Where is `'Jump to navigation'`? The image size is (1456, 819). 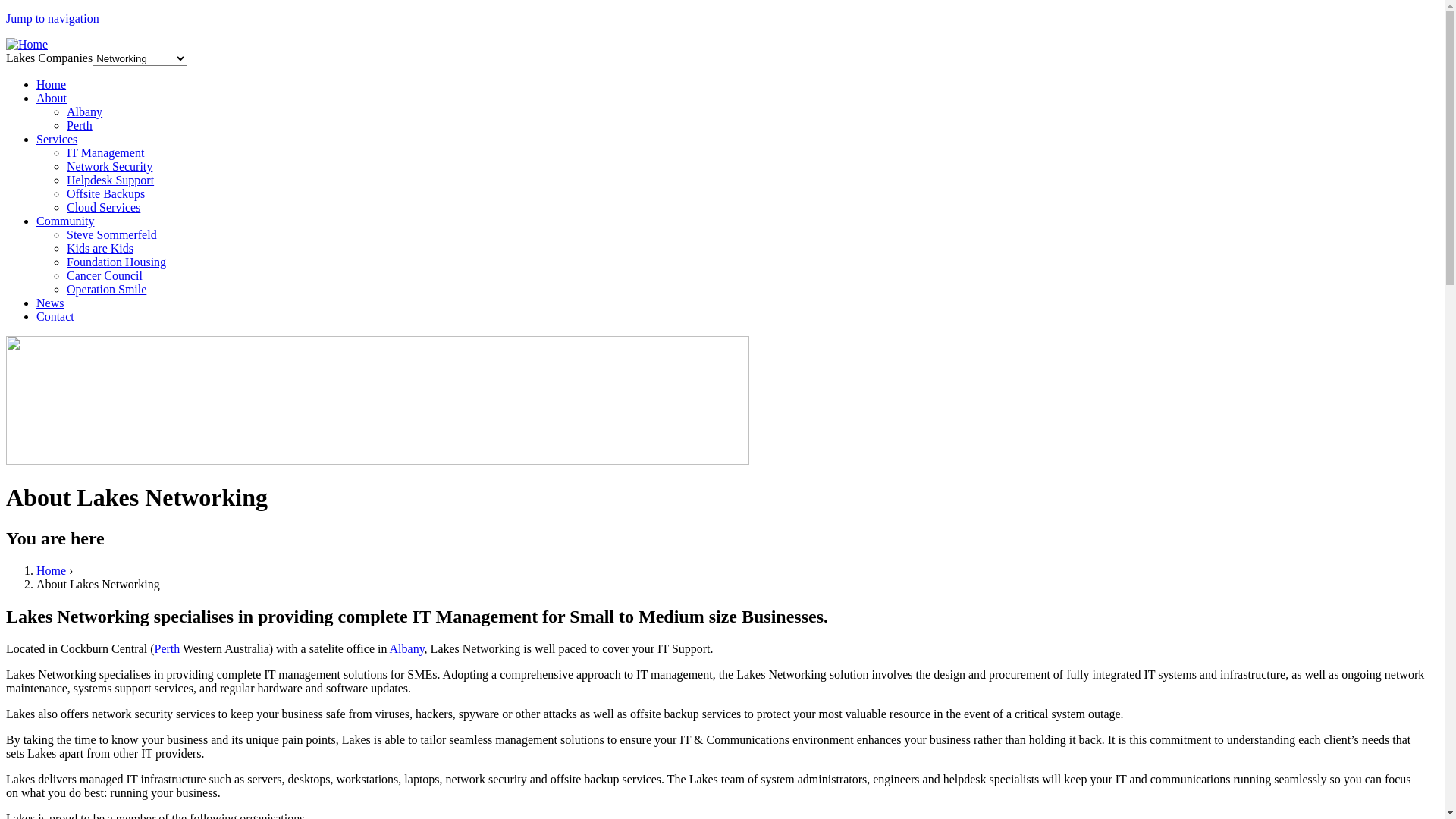
'Jump to navigation' is located at coordinates (6, 18).